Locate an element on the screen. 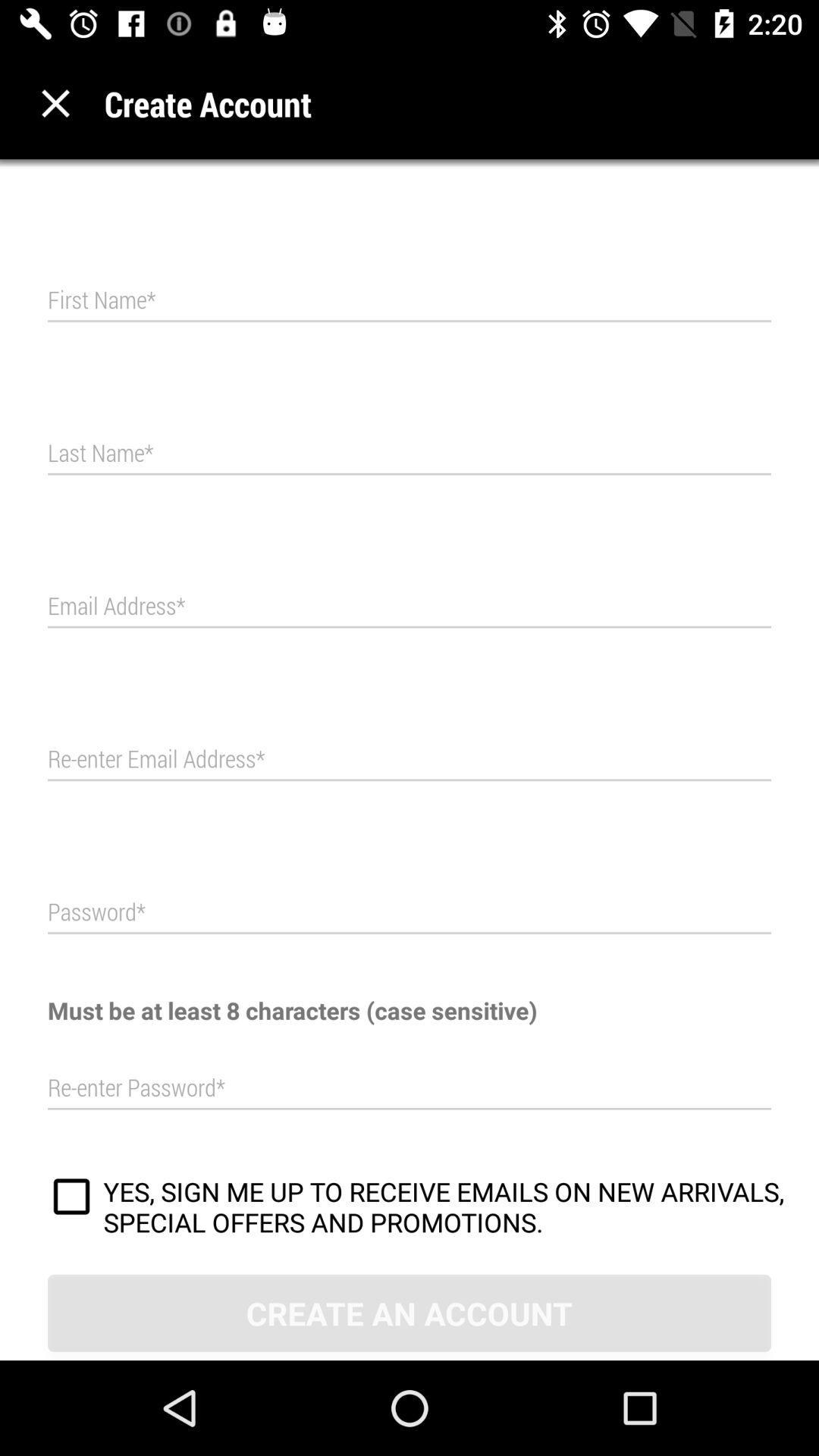 The image size is (819, 1456). icon next to the yes sign me is located at coordinates (71, 1198).